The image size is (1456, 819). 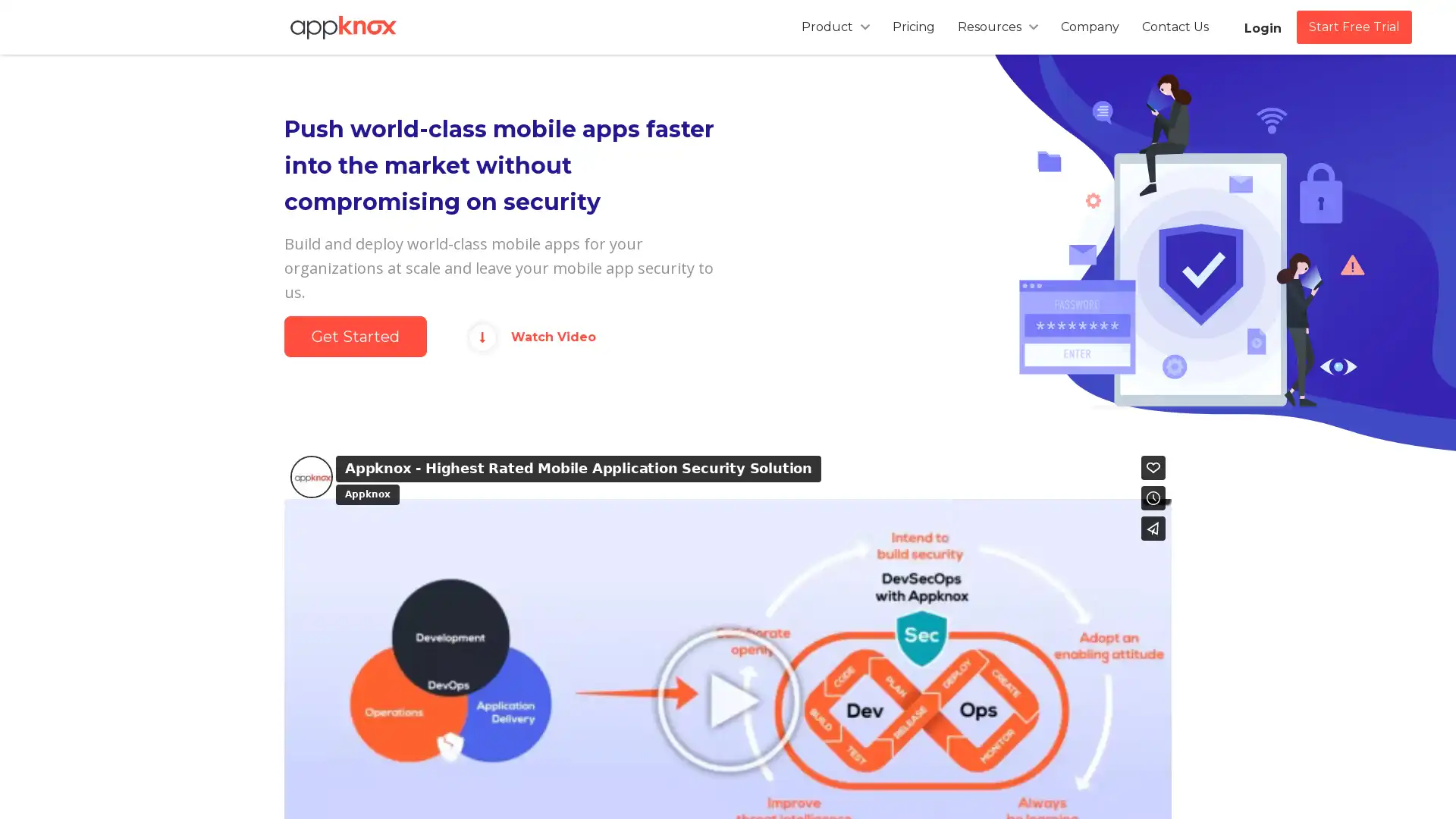 What do you see at coordinates (728, 249) in the screenshot?
I see `Watch Appknox Product Demo` at bounding box center [728, 249].